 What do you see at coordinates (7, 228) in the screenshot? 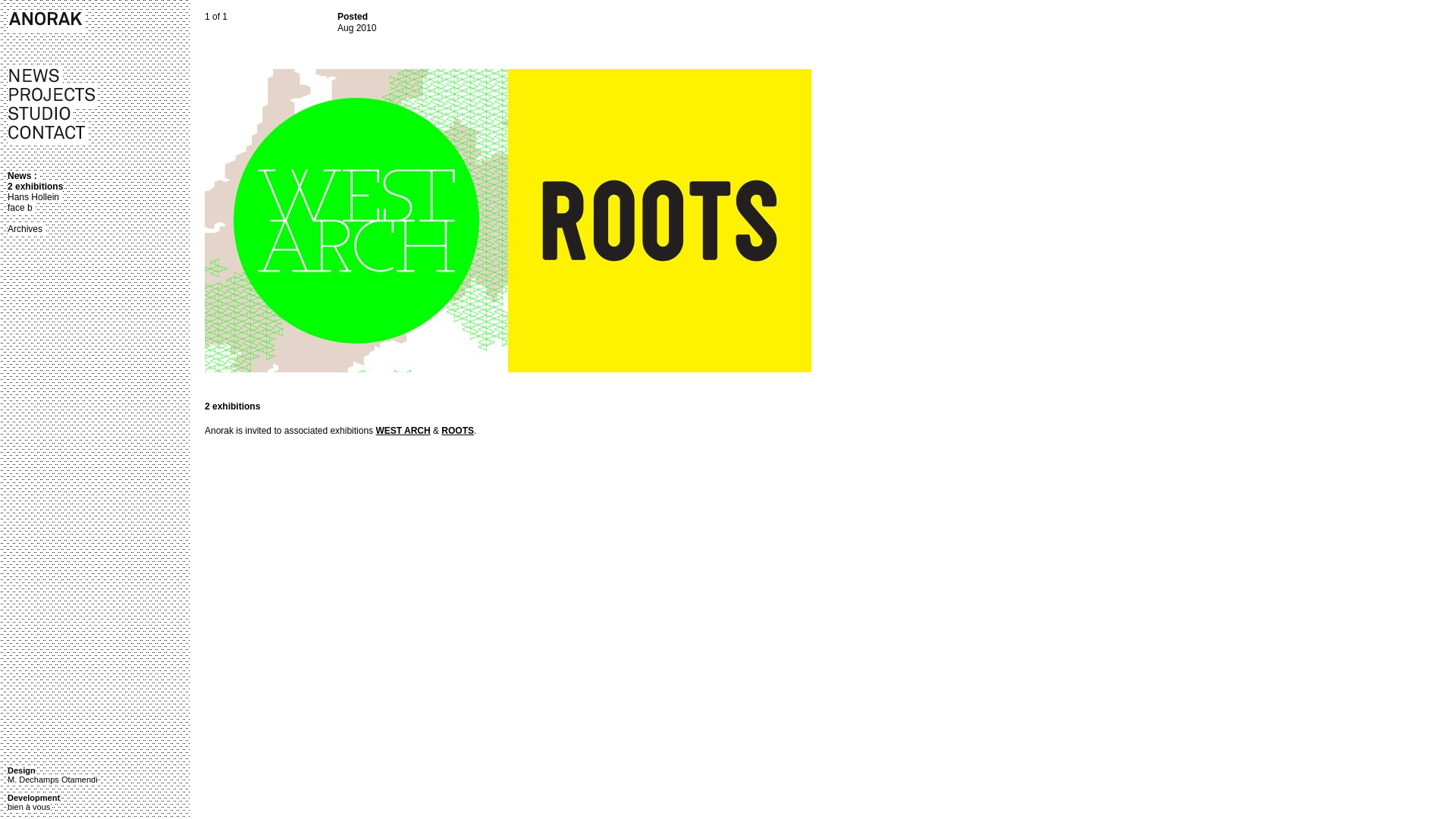
I see `'Archives'` at bounding box center [7, 228].